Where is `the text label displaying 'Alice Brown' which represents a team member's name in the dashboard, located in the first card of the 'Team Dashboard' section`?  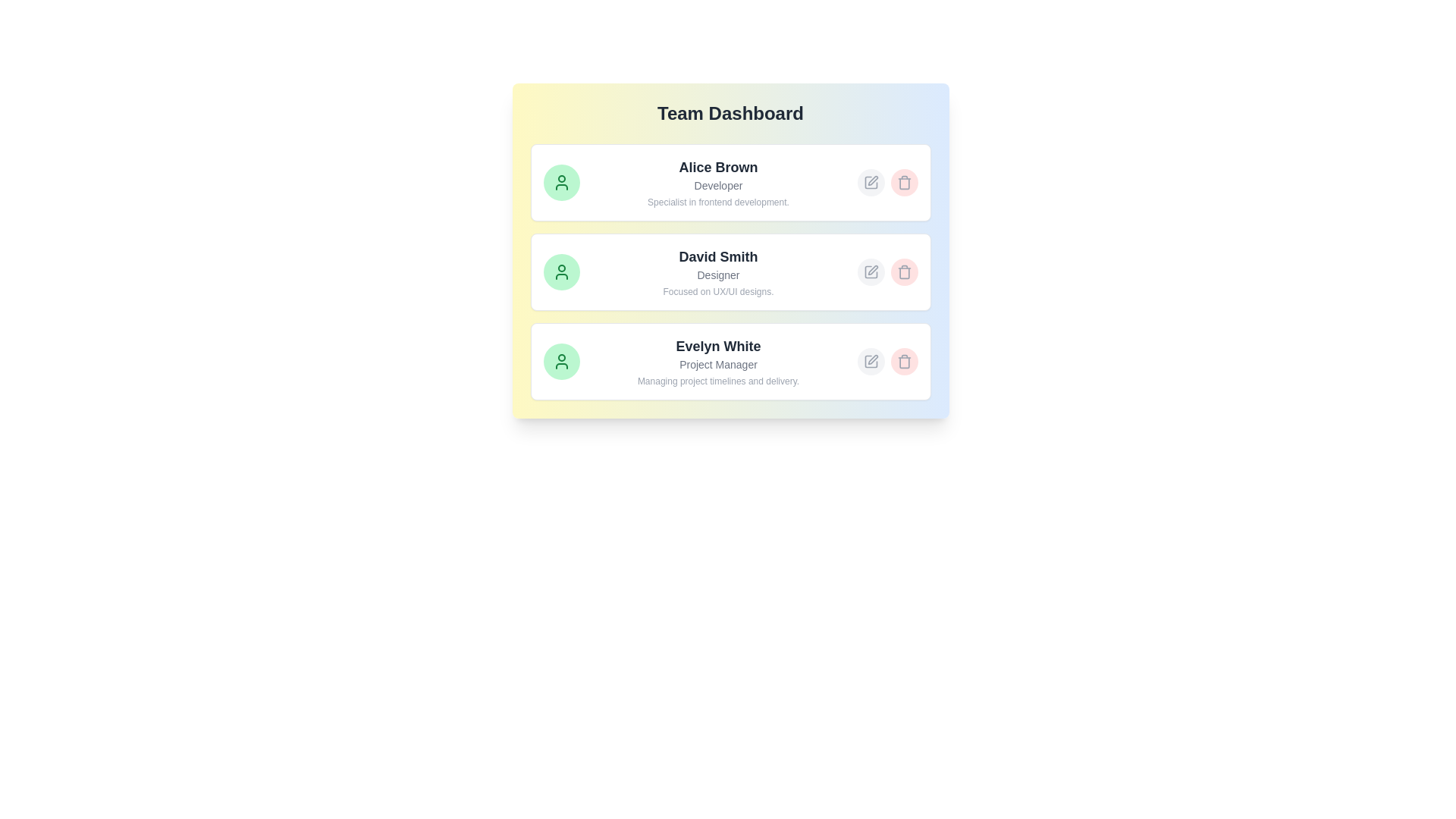
the text label displaying 'Alice Brown' which represents a team member's name in the dashboard, located in the first card of the 'Team Dashboard' section is located at coordinates (717, 167).